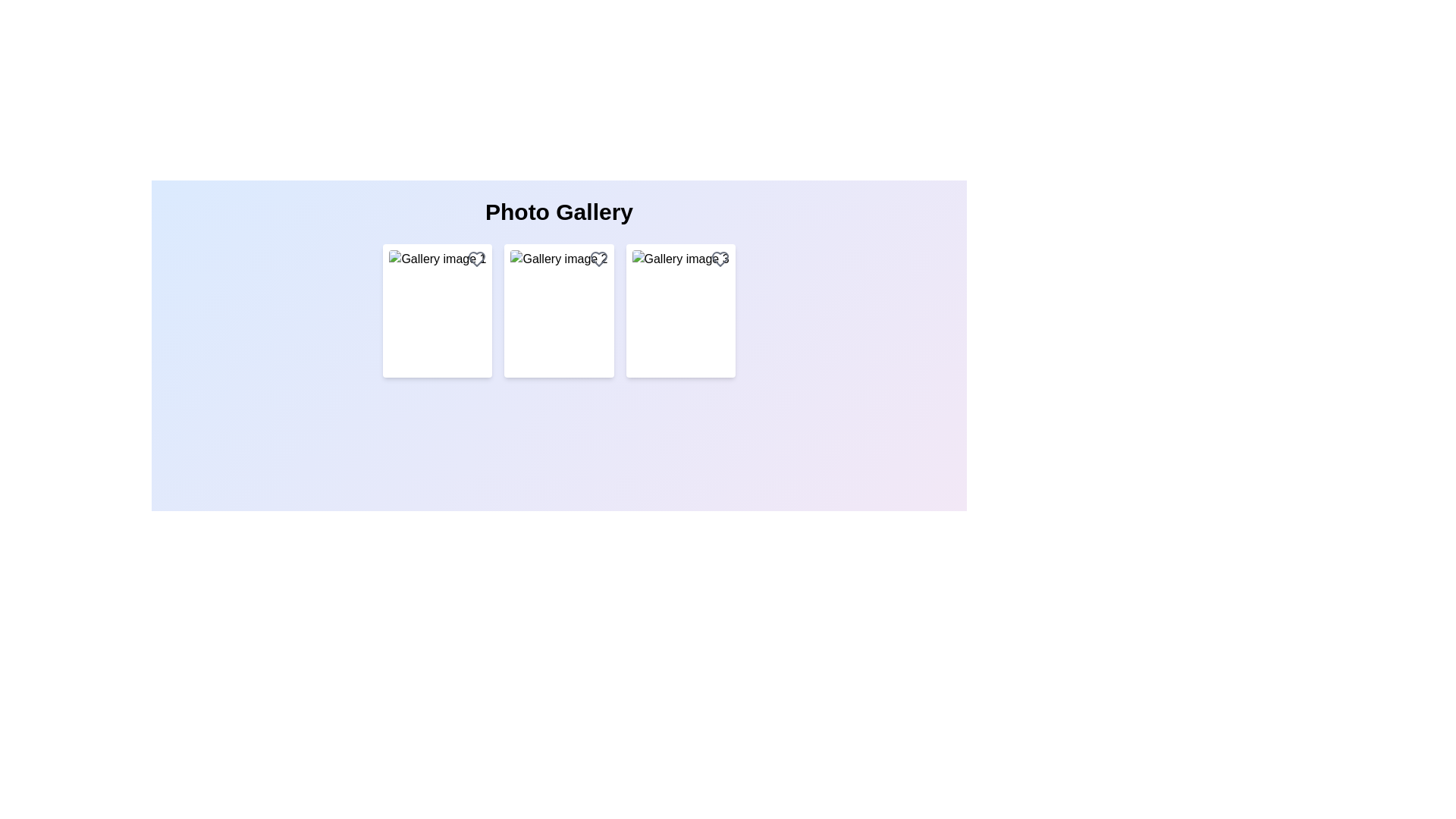 This screenshot has height=819, width=1456. What do you see at coordinates (598, 259) in the screenshot?
I see `the heart-shaped icon located at the top-right corner of the second gallery item, which turns red when hovered over` at bounding box center [598, 259].